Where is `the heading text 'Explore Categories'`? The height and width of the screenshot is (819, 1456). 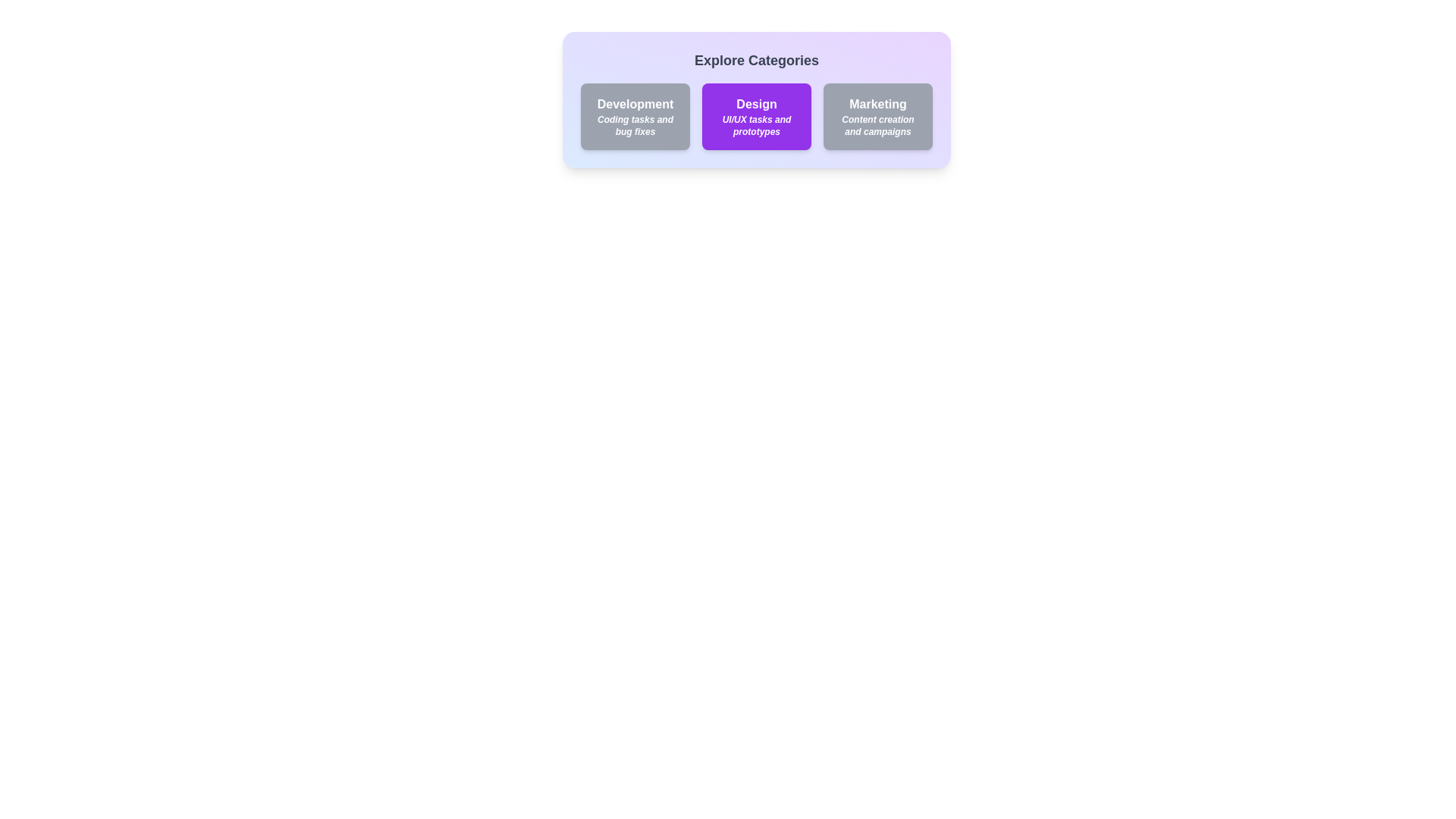
the heading text 'Explore Categories' is located at coordinates (757, 60).